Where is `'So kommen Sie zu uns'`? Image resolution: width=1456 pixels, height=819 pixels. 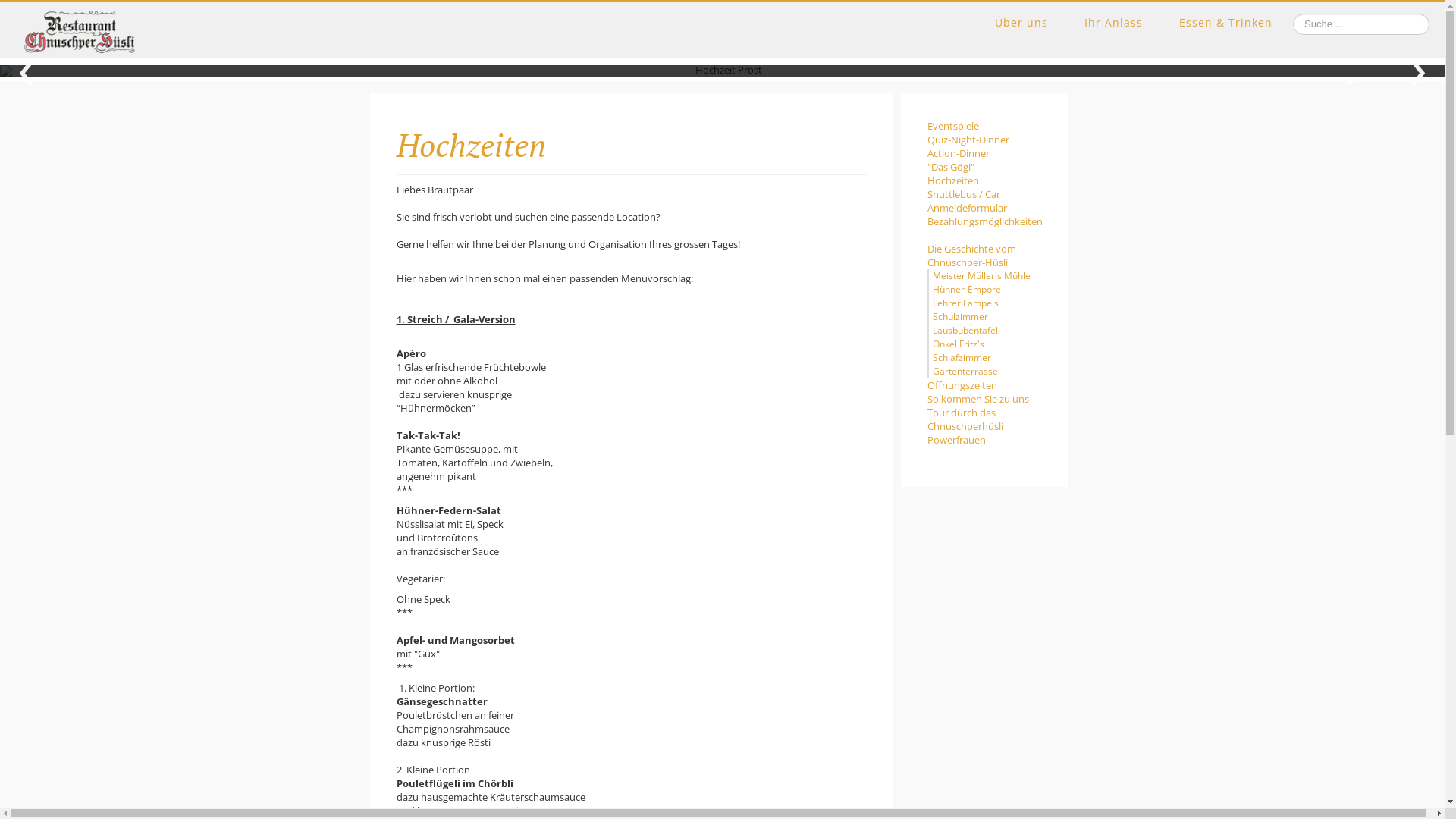 'So kommen Sie zu uns' is located at coordinates (983, 397).